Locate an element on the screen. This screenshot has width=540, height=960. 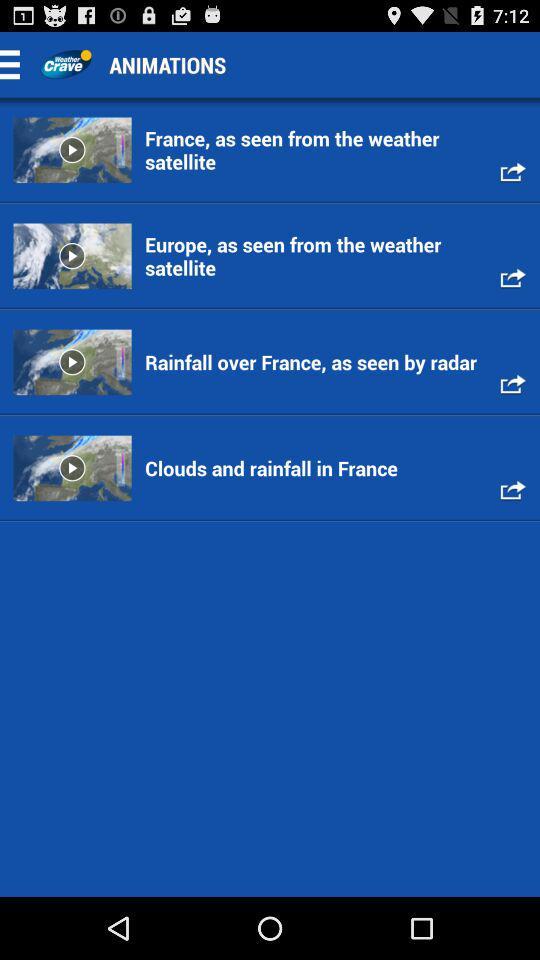
settings is located at coordinates (15, 64).